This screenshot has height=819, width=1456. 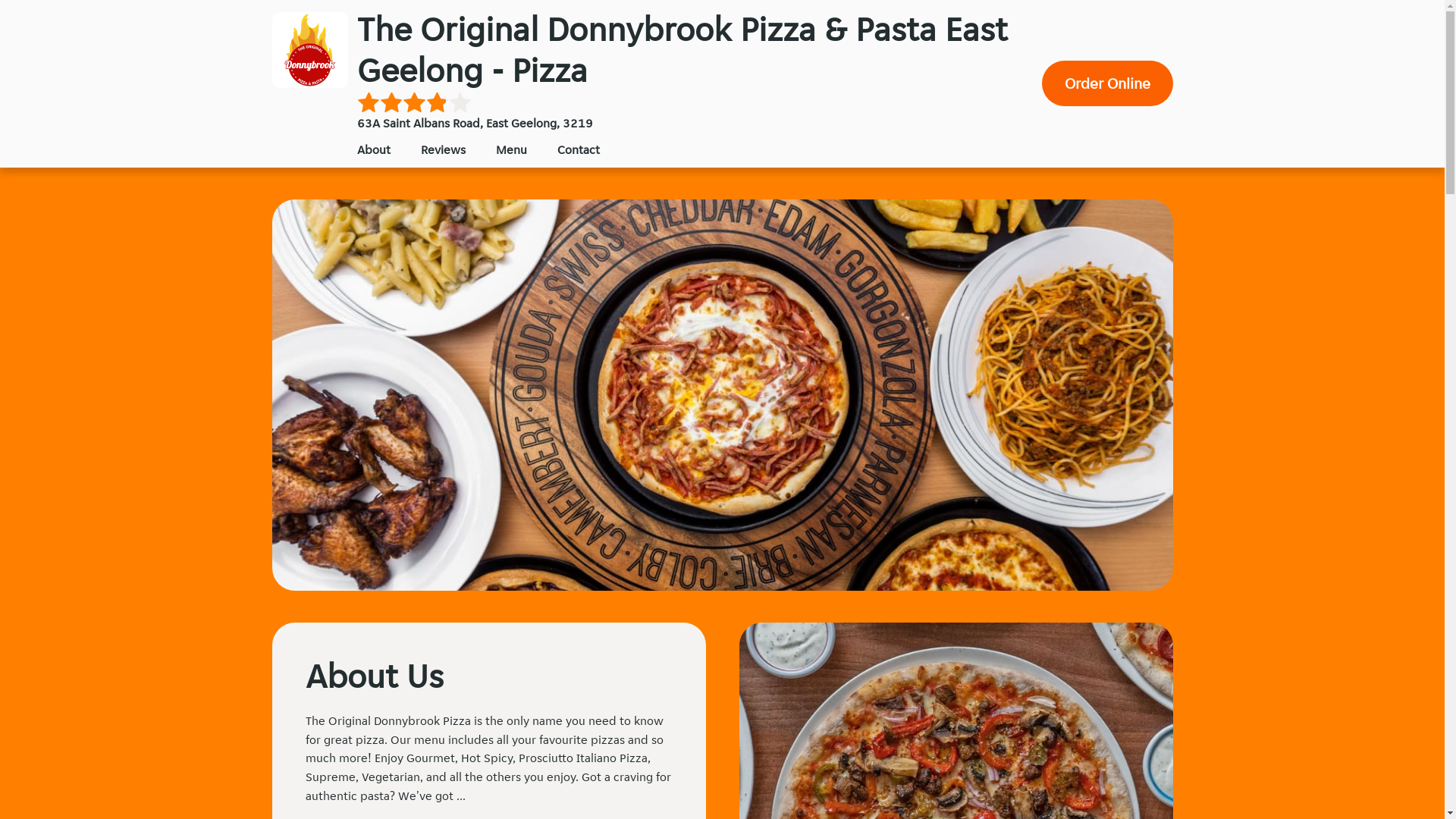 What do you see at coordinates (1040, 83) in the screenshot?
I see `'Order Online'` at bounding box center [1040, 83].